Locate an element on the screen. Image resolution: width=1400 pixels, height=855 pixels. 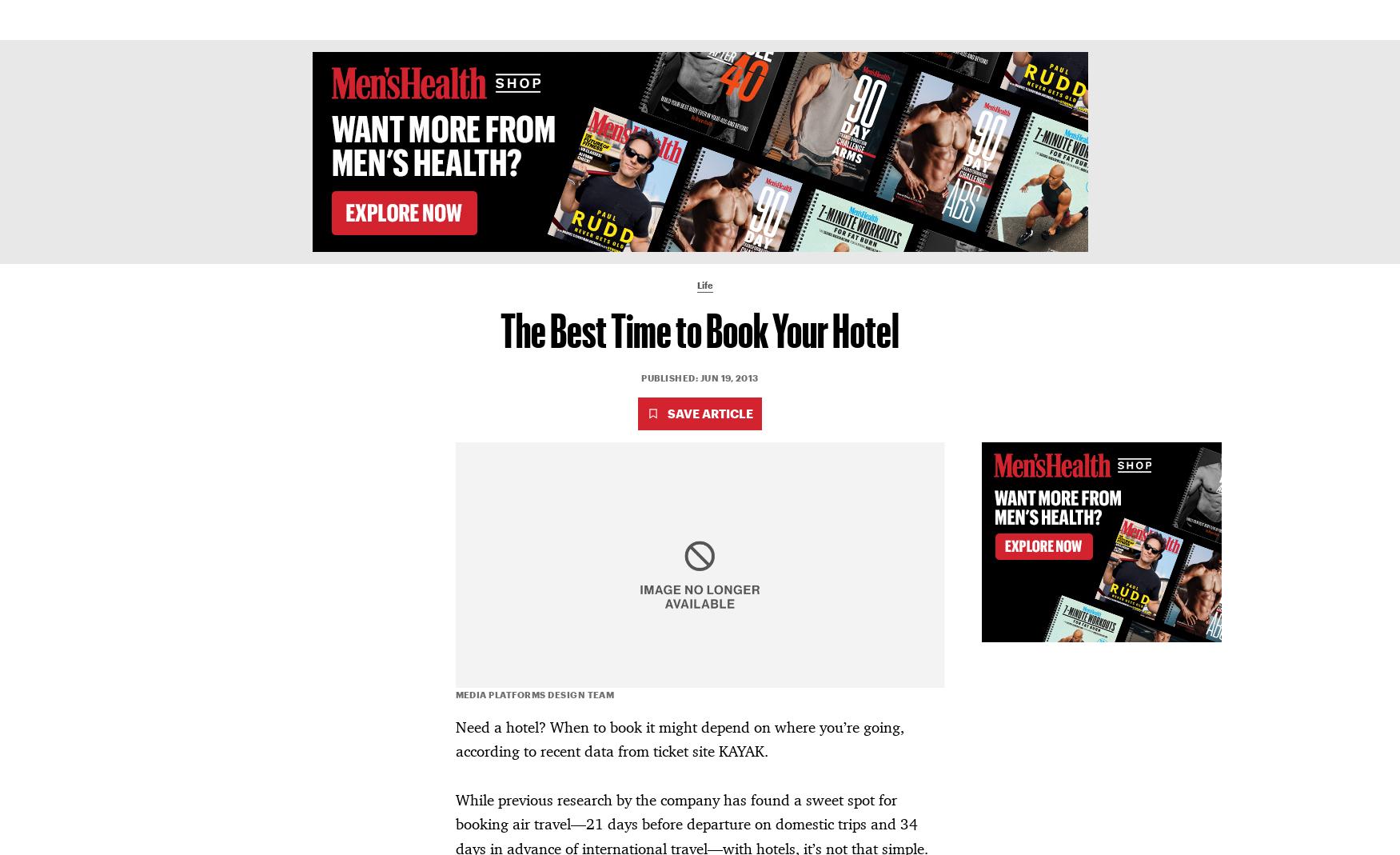
'A Career Hustle Offers What No Side Hustle Can' is located at coordinates (362, 396).